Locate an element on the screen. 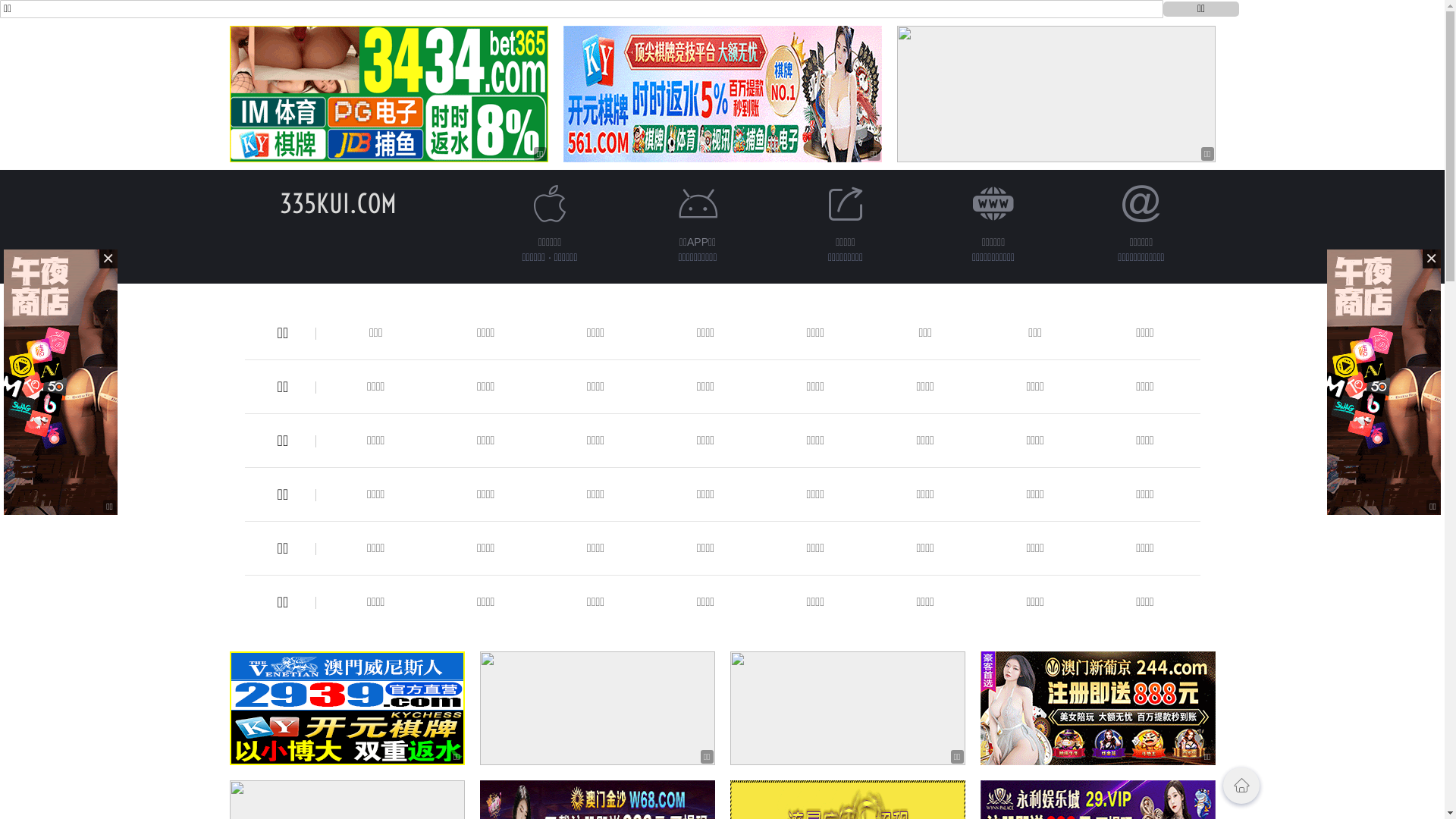 The height and width of the screenshot is (819, 1456). '335KUI.COM' is located at coordinates (279, 202).